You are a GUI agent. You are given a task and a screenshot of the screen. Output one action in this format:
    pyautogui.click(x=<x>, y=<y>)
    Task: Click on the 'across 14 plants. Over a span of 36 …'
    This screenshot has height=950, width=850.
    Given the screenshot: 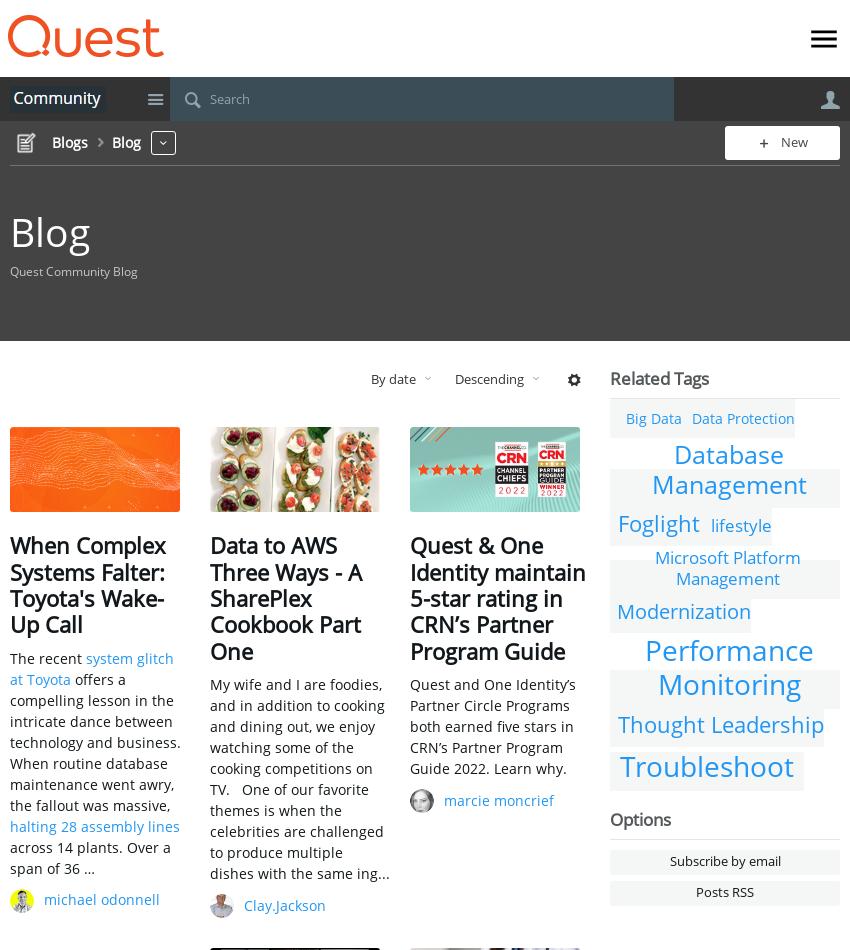 What is the action you would take?
    pyautogui.click(x=89, y=855)
    